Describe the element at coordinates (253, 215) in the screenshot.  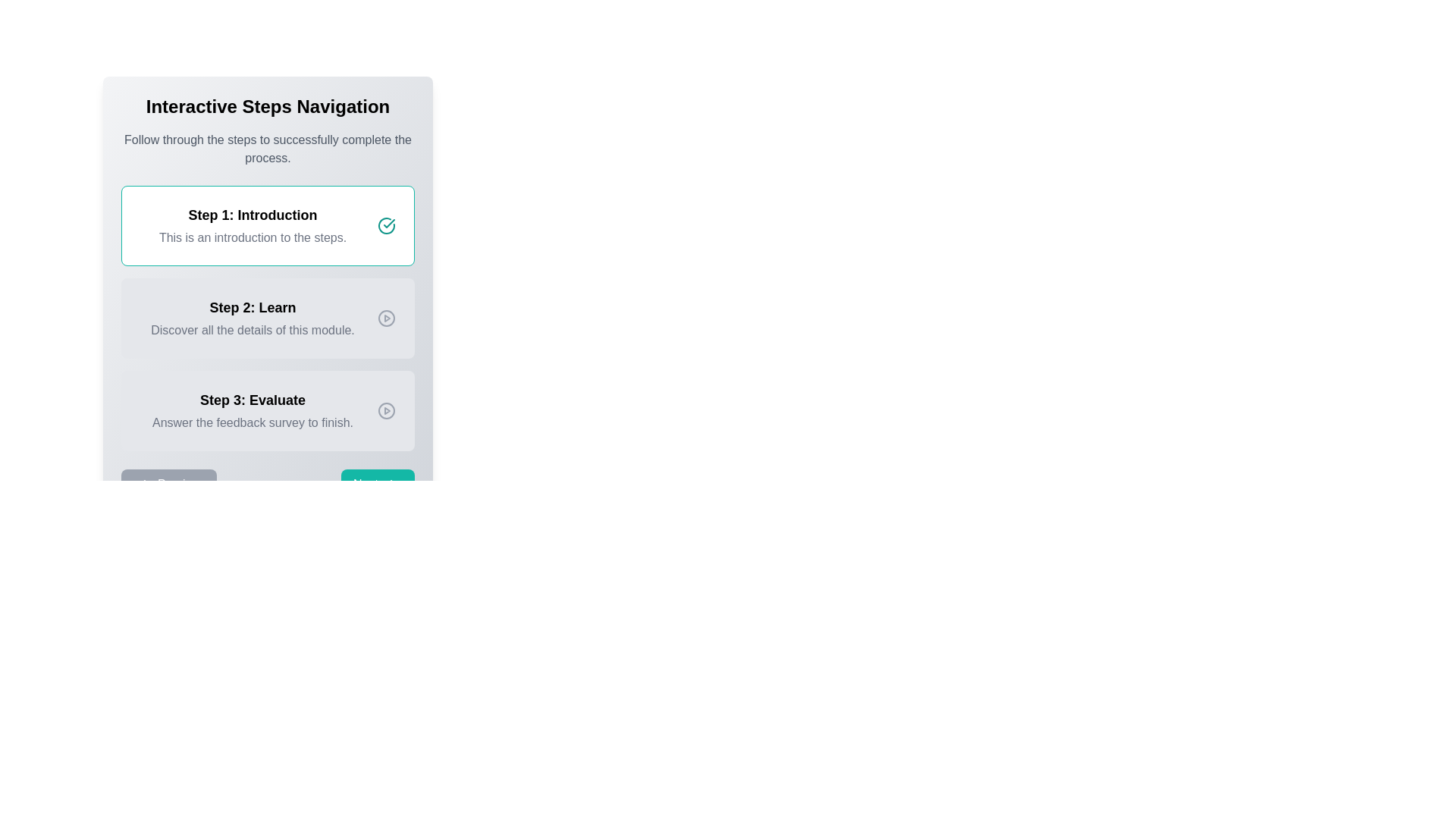
I see `the title Text label for the first step in the multi-step process guide, which is located at the top center of the interface, just above the description text` at that location.